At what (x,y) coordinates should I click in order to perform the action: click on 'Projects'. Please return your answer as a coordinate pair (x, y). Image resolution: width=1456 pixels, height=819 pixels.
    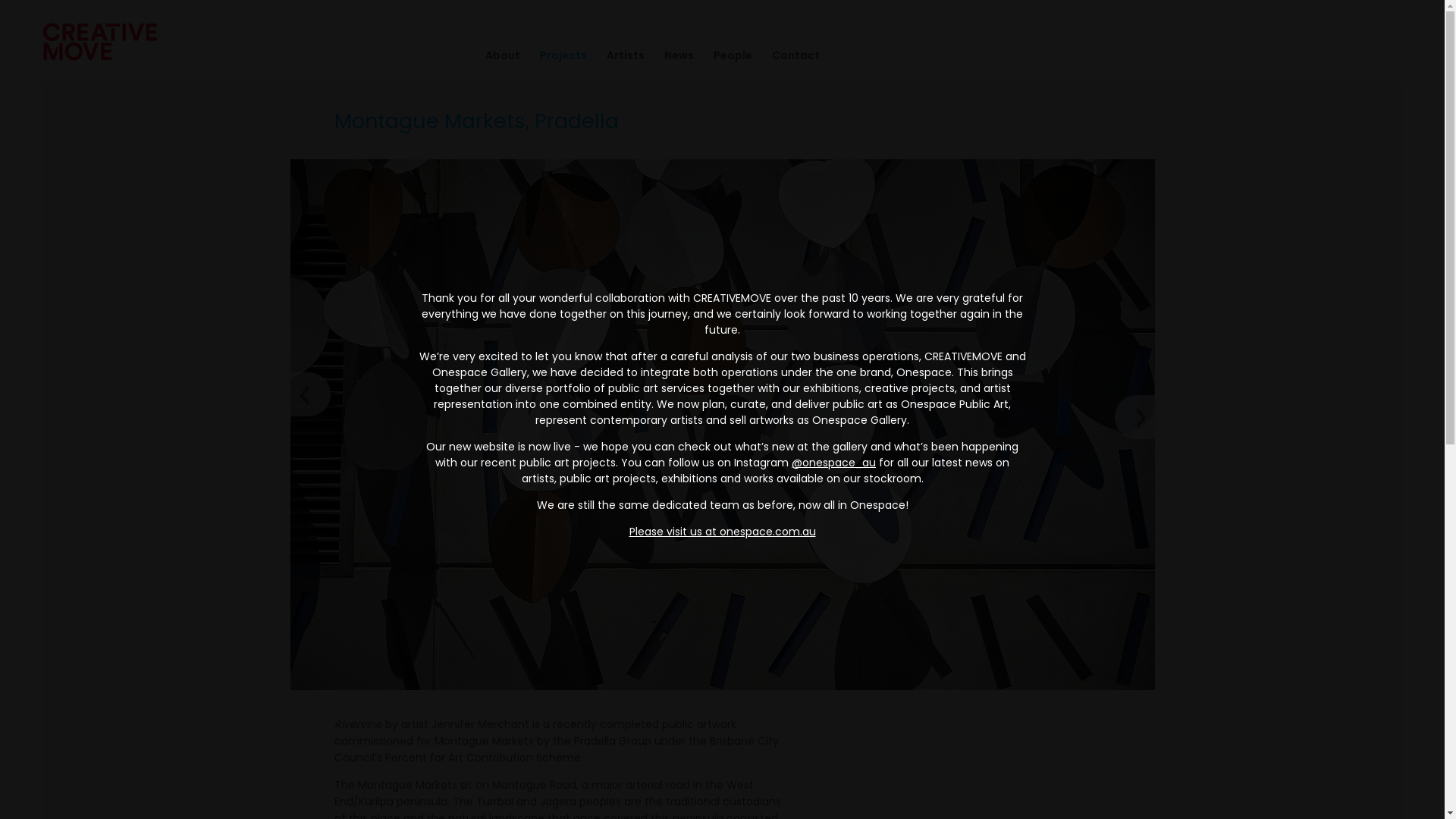
    Looking at the image, I should click on (552, 55).